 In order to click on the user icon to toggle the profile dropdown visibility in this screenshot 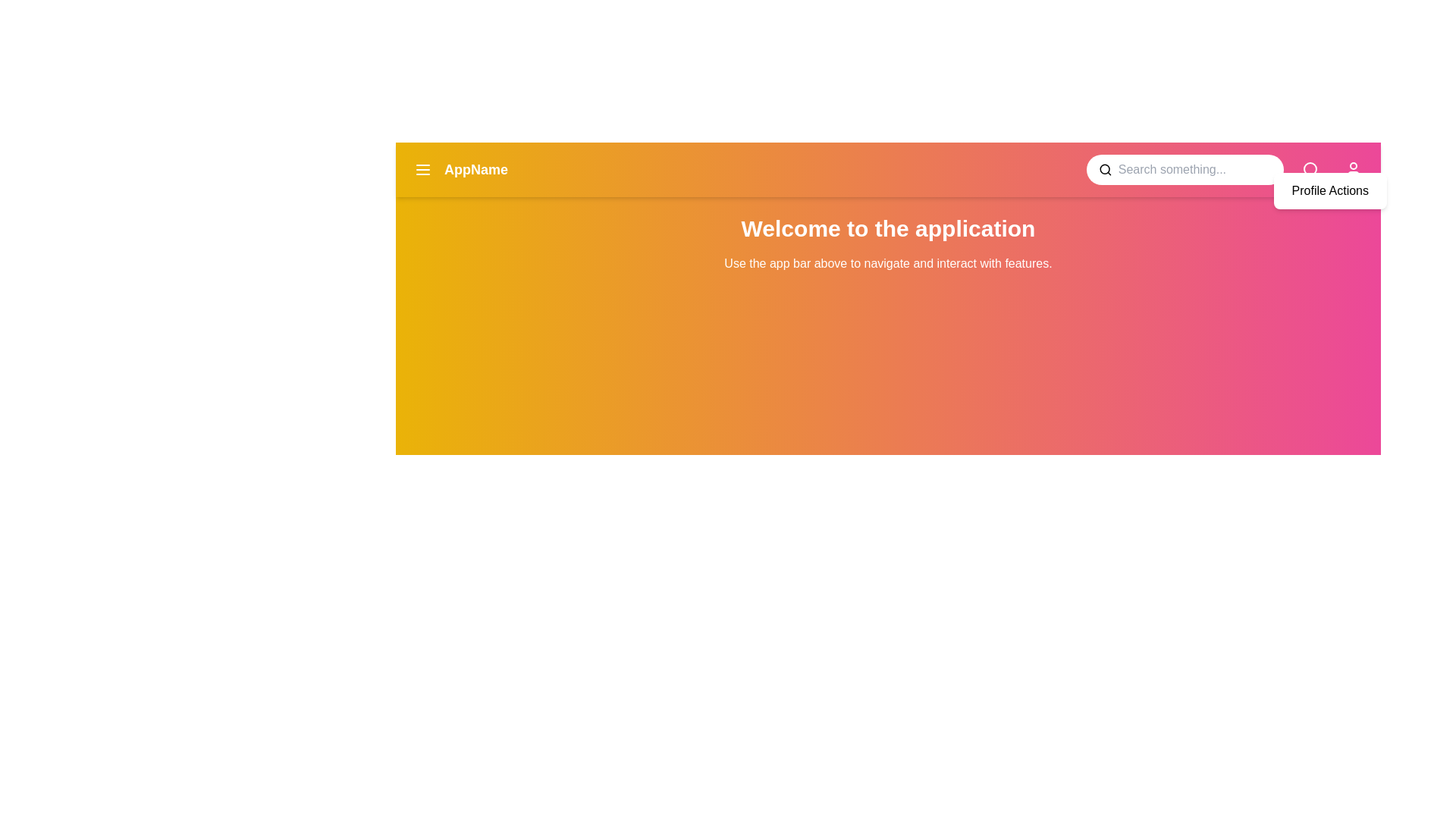, I will do `click(1354, 169)`.